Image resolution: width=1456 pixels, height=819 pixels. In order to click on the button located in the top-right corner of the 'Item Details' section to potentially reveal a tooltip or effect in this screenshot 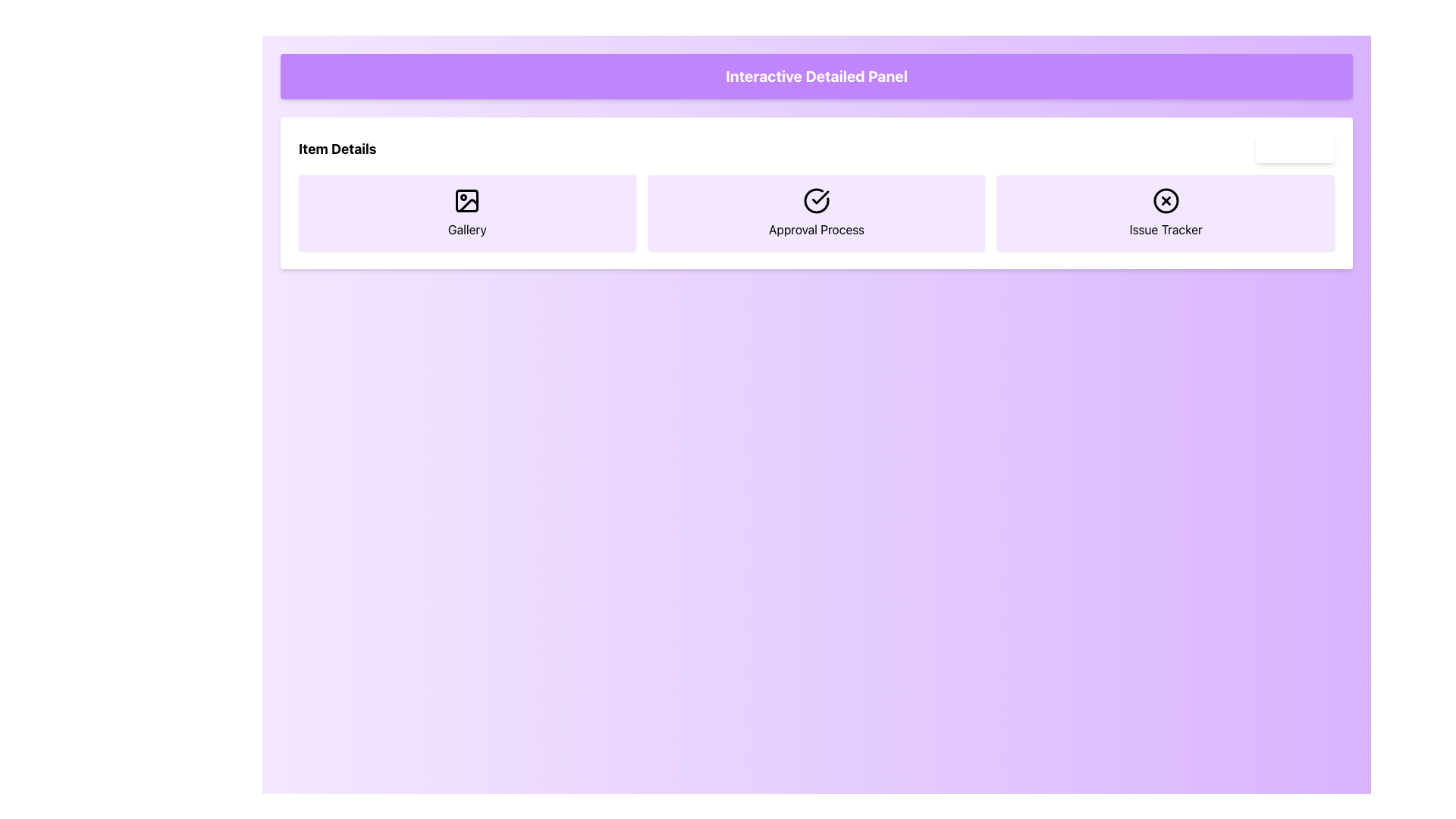, I will do `click(1294, 149)`.